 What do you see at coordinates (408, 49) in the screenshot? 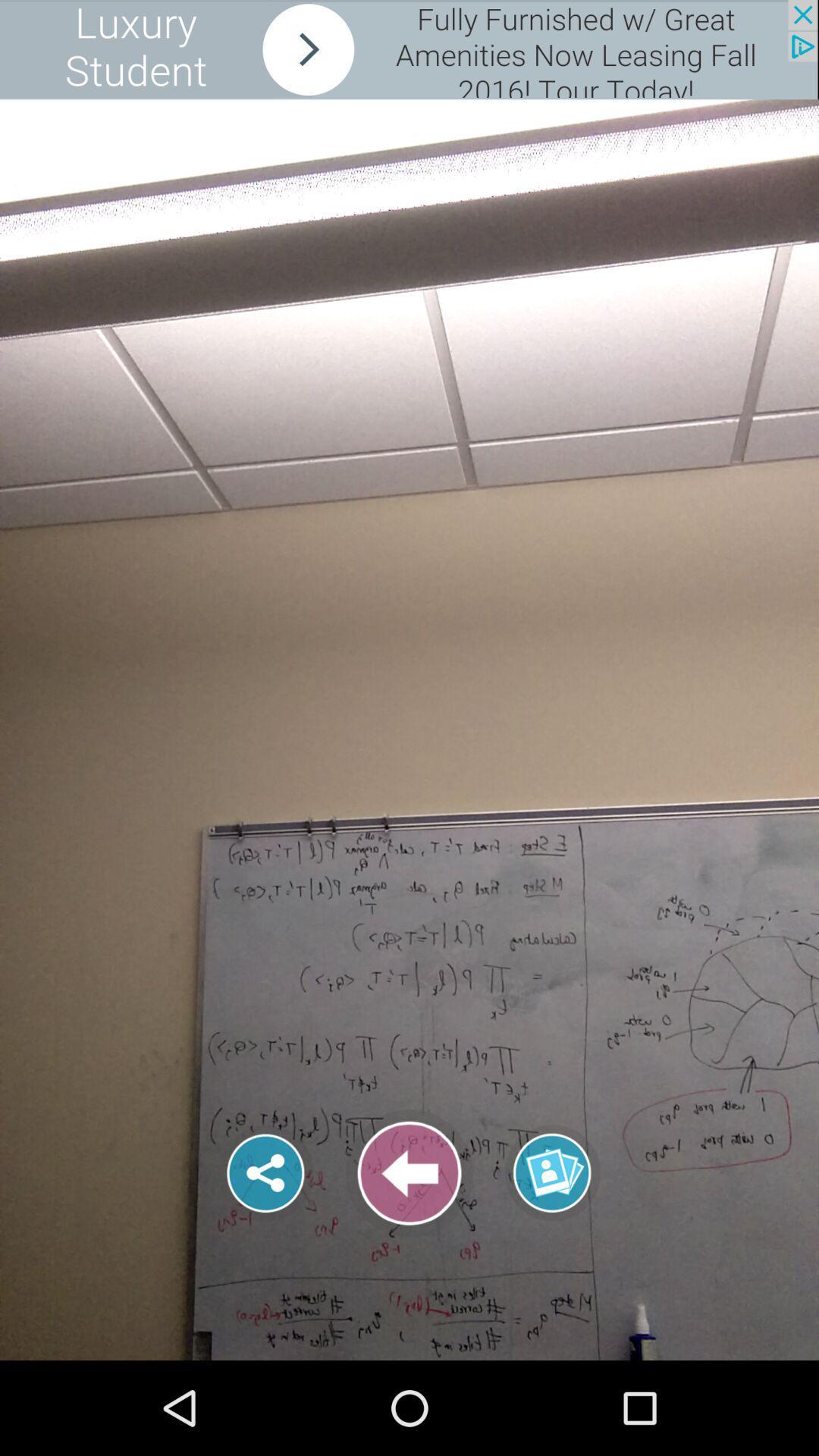
I see `remove the add` at bounding box center [408, 49].